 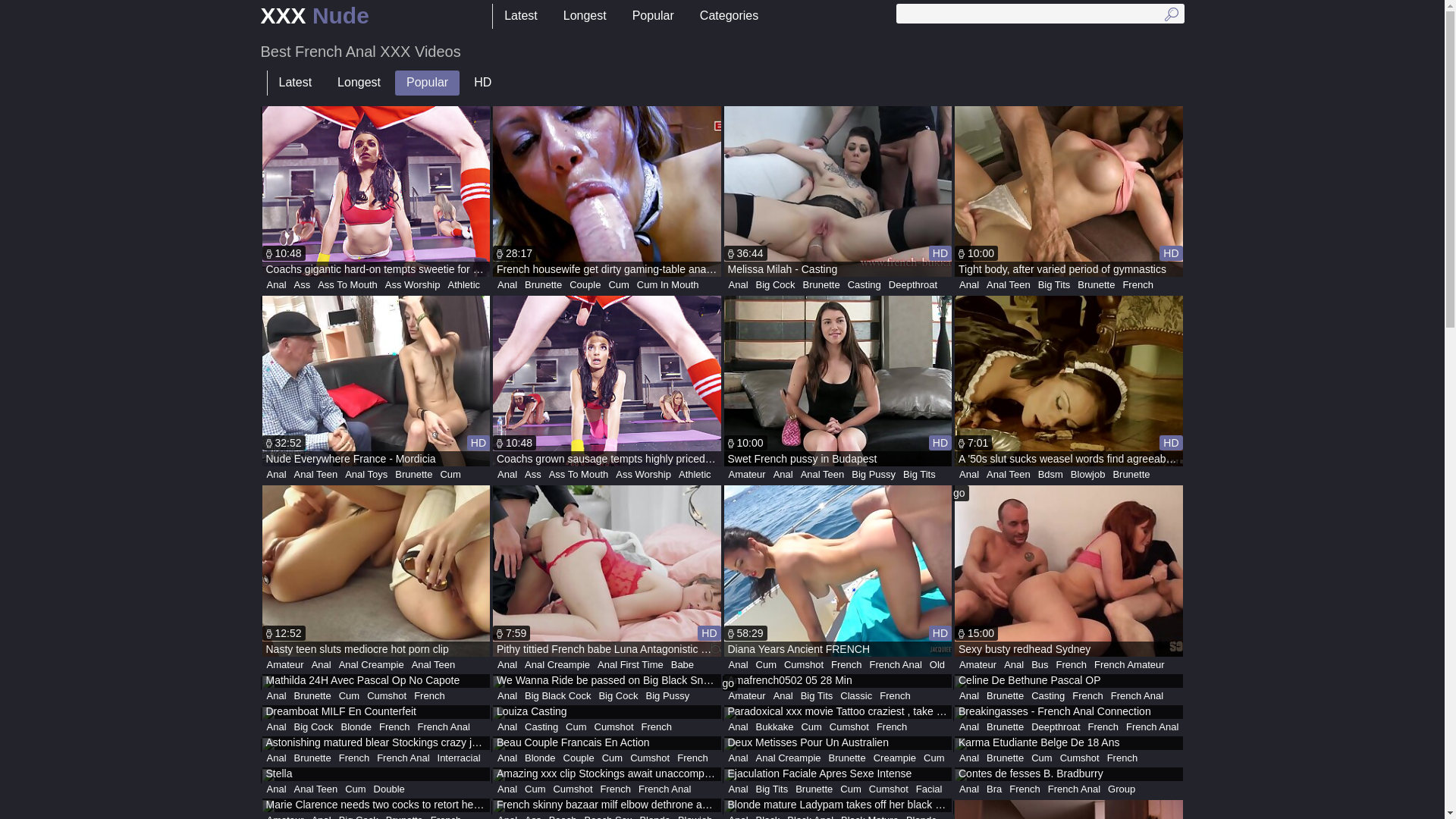 What do you see at coordinates (667, 696) in the screenshot?
I see `'Big Pussy'` at bounding box center [667, 696].